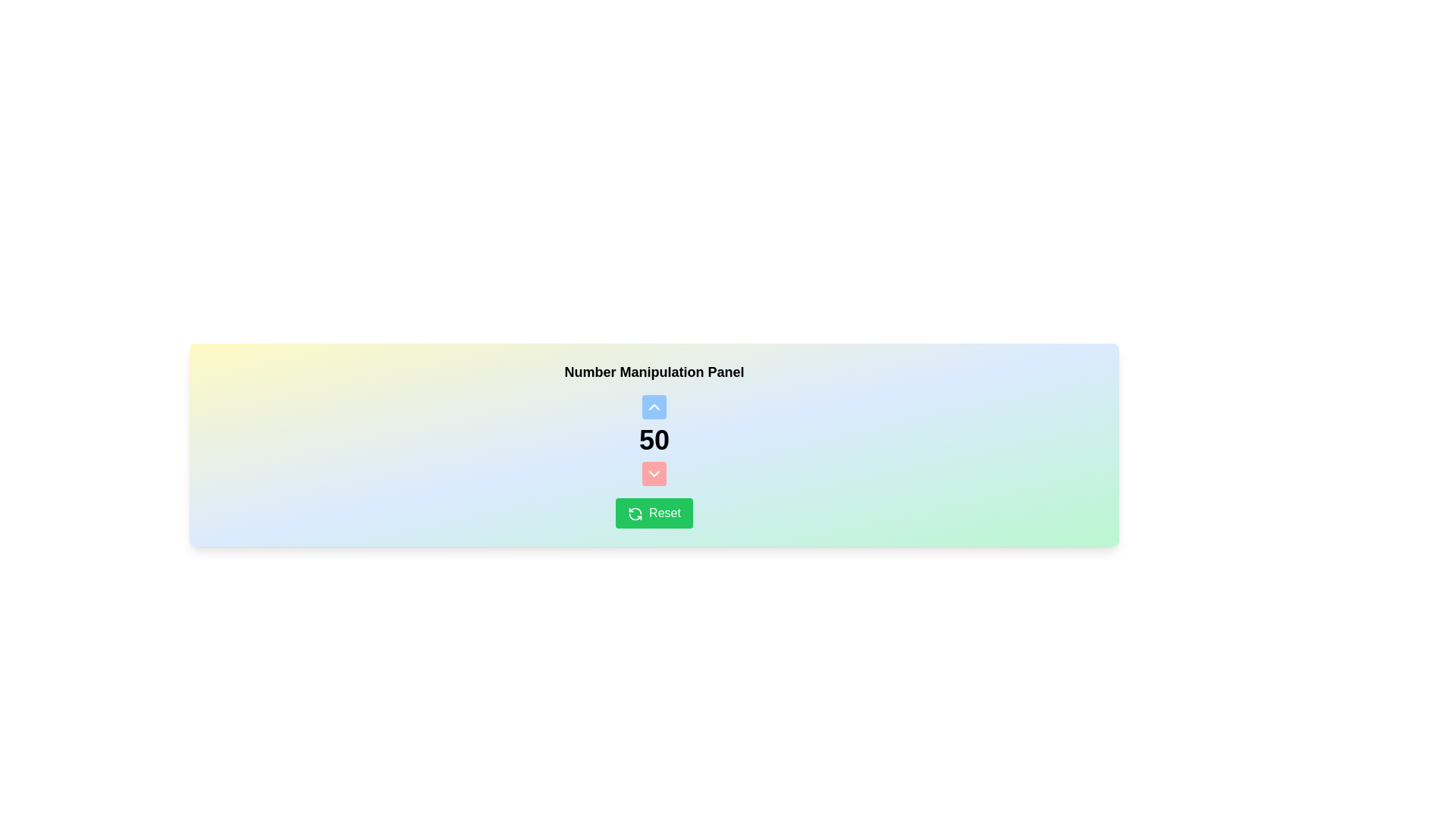 This screenshot has width=1456, height=819. I want to click on the small upward-pointing chevron icon button with a white outline and circular blue background located above the number '50' display in the 'Number Manipulation Panel', so click(654, 406).